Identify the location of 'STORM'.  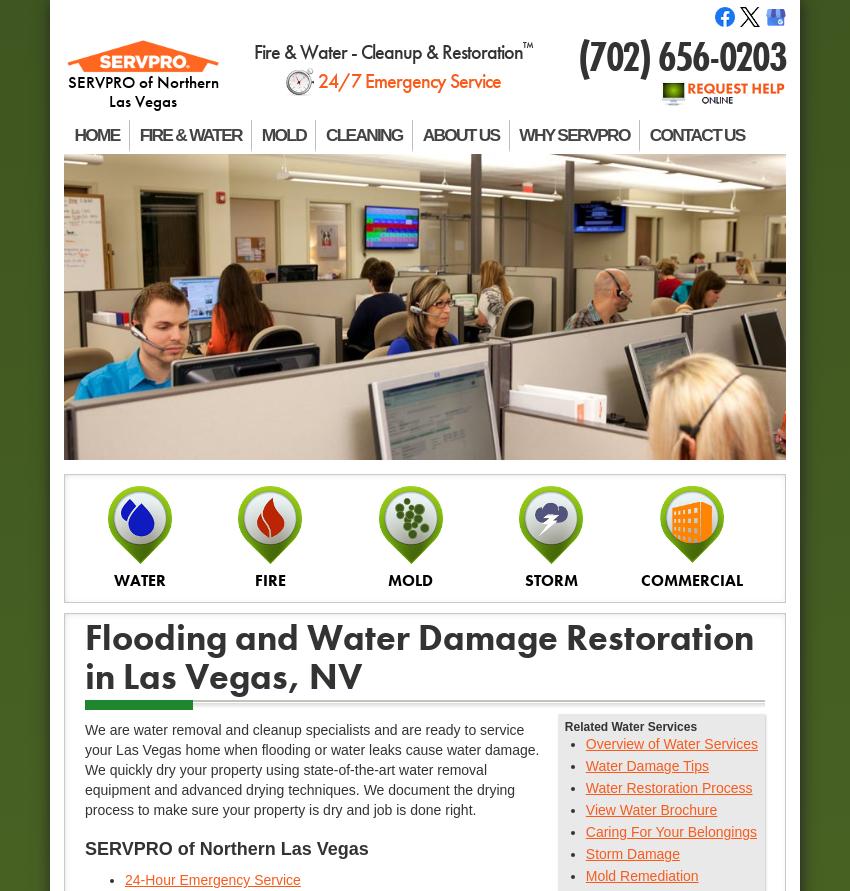
(549, 579).